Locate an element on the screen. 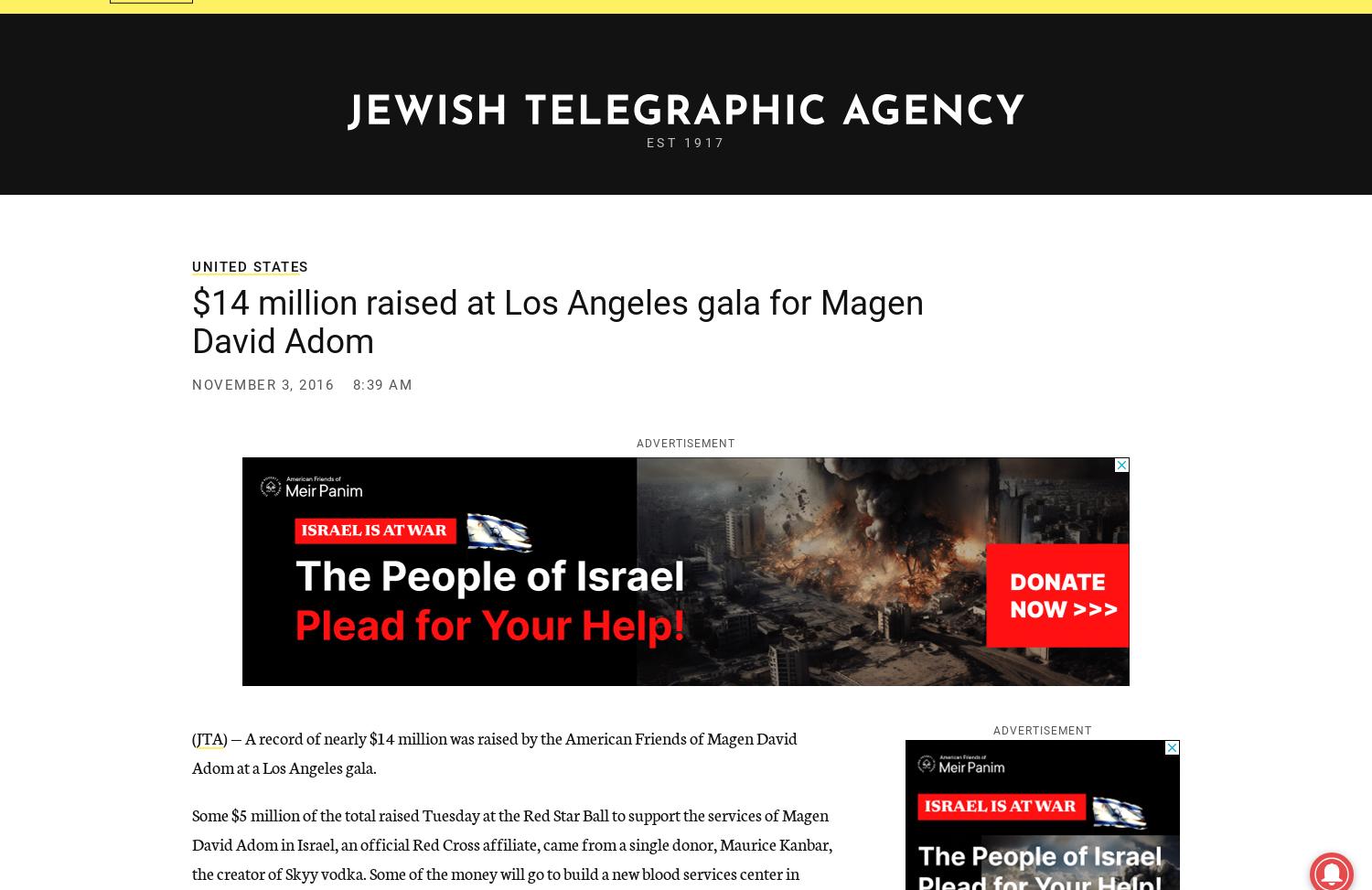 Image resolution: width=1372 pixels, height=890 pixels. ') — A record of nearly $14 million was raised by the American Friends of Magen David Adom at a Los Angeles gala.' is located at coordinates (191, 750).